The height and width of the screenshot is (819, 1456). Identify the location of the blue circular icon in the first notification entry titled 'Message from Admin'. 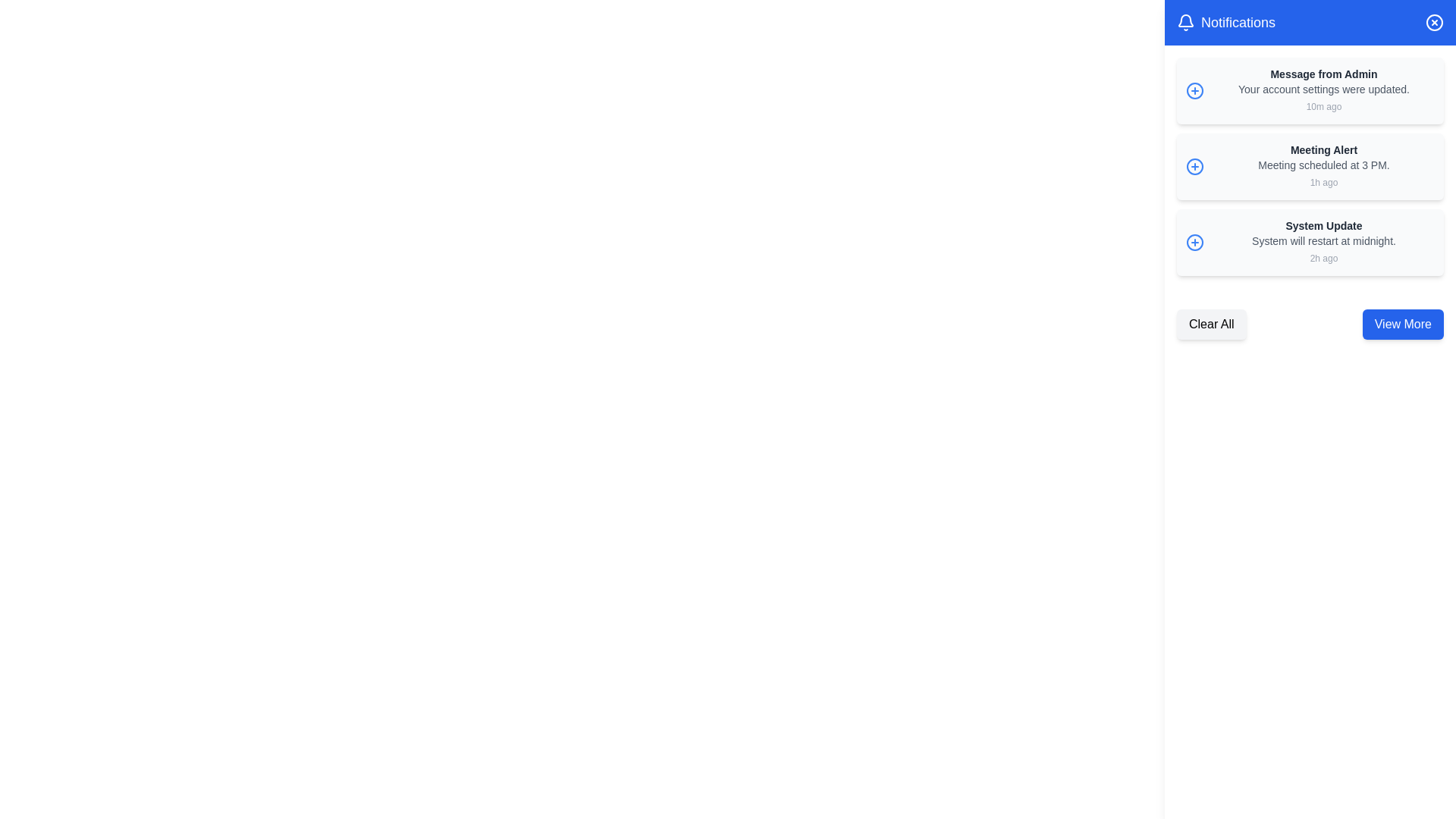
(1194, 90).